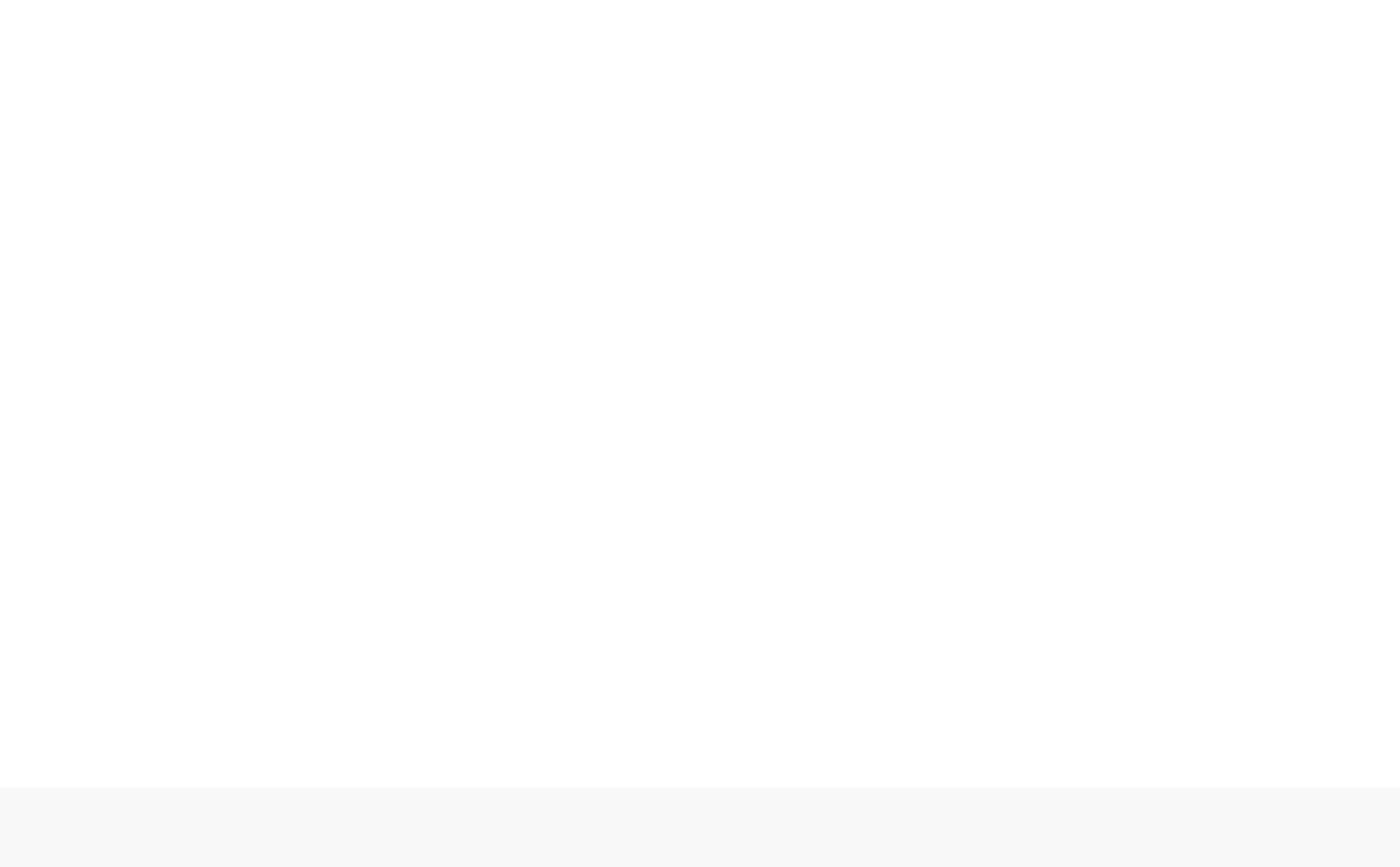  I want to click on 'Book Reviews', so click(886, 650).